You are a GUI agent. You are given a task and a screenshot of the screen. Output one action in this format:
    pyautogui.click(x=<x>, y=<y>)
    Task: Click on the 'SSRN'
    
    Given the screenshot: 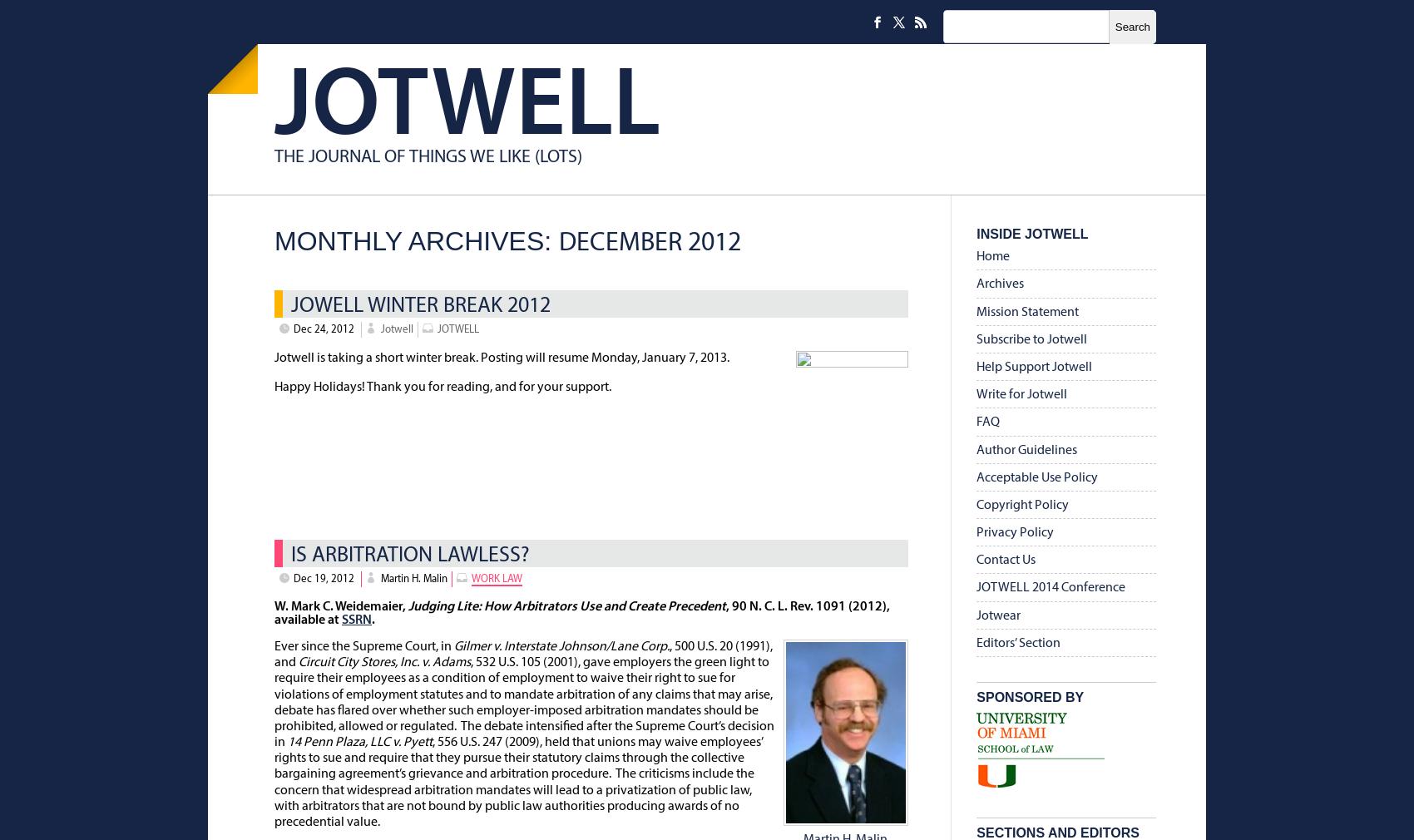 What is the action you would take?
    pyautogui.click(x=341, y=618)
    